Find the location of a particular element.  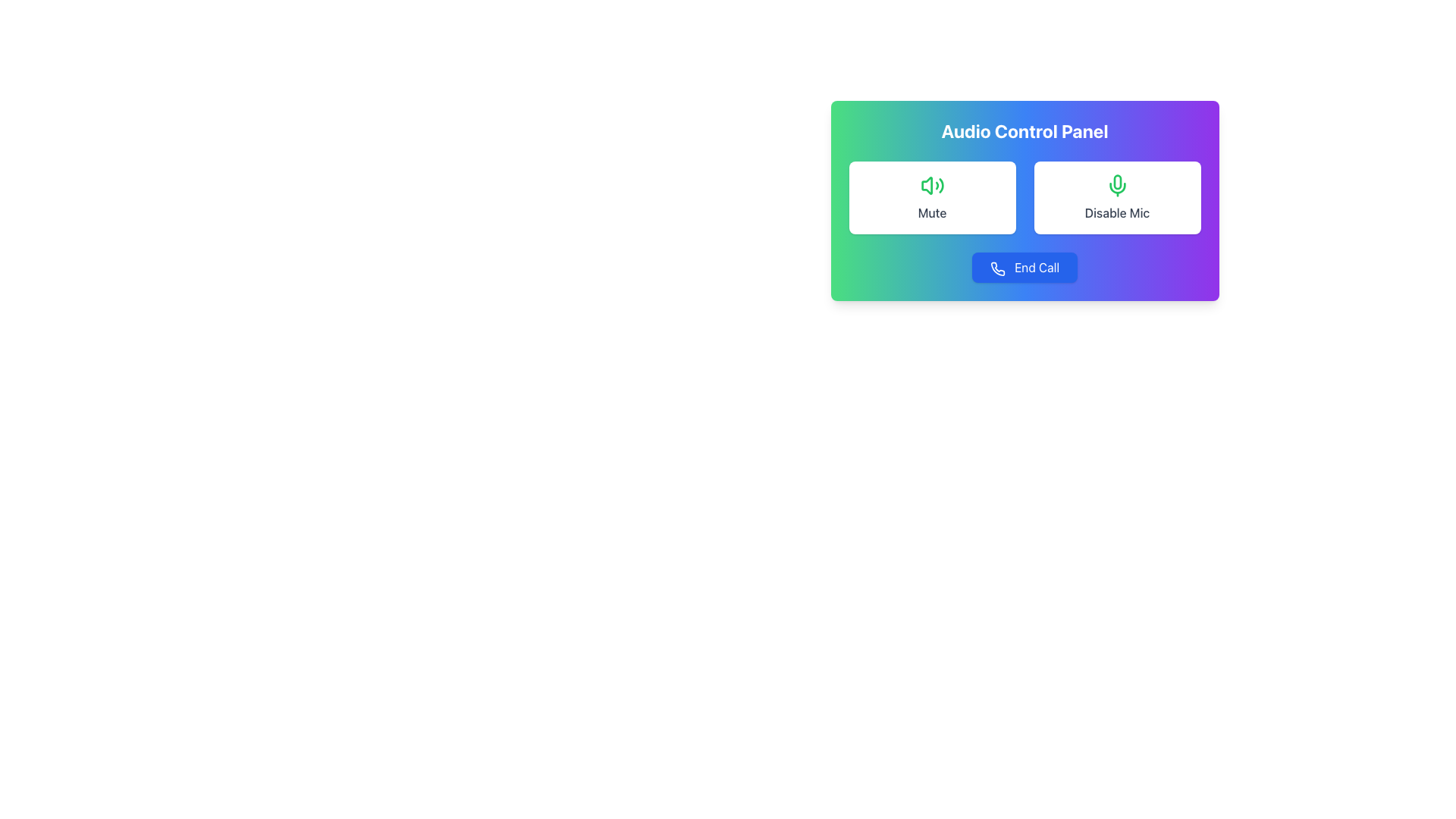

the audio visual indicator SVG icon located in the upper left corner of the 'Mute' button in the 'Audio Control Panel' is located at coordinates (926, 185).